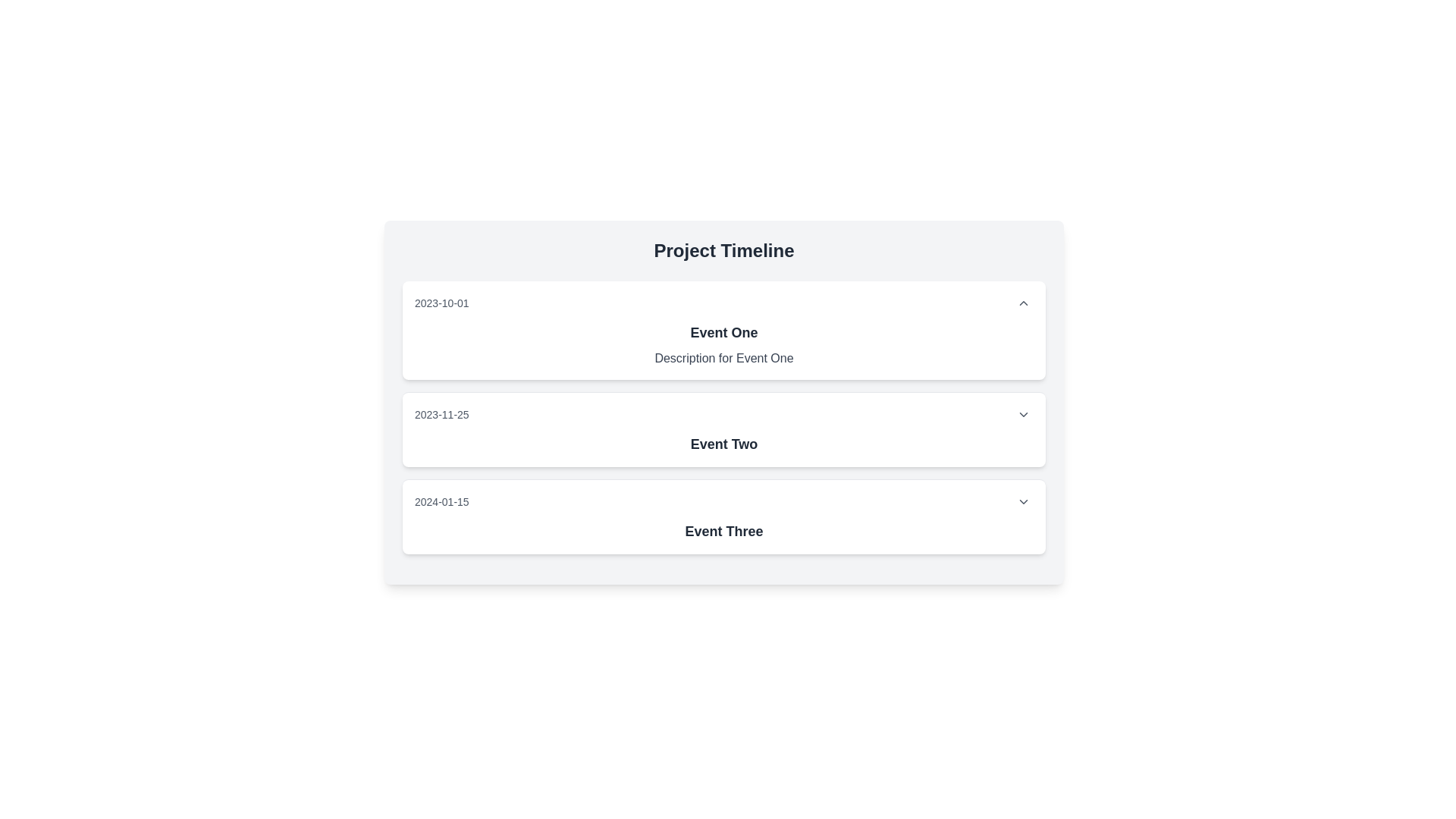 This screenshot has height=819, width=1456. Describe the element at coordinates (723, 531) in the screenshot. I see `text displayed in the title of the event, which is 'Event Three', located in the lower section of the third card in the event list` at that location.